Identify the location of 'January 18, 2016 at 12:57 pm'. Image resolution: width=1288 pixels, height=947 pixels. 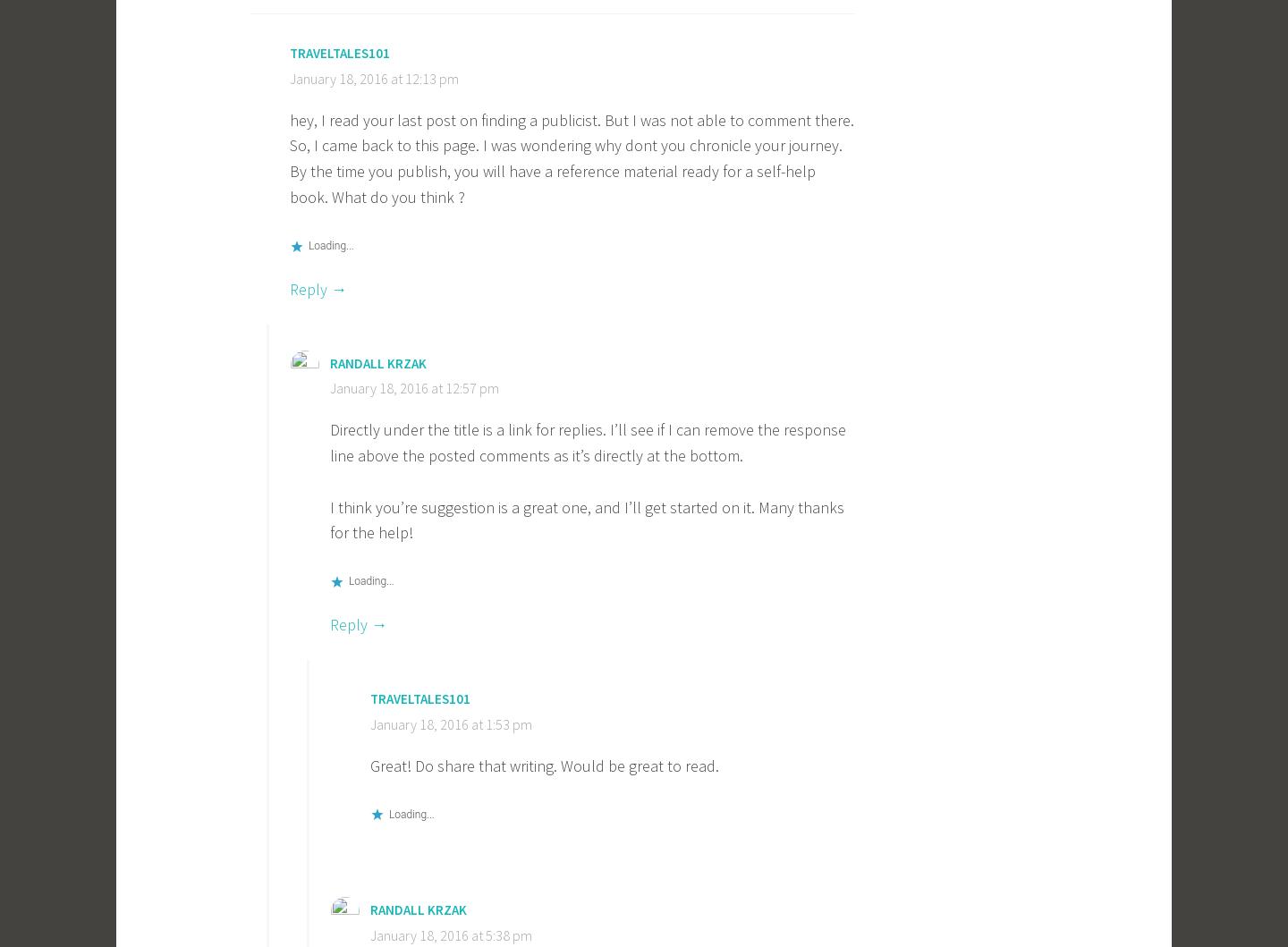
(414, 387).